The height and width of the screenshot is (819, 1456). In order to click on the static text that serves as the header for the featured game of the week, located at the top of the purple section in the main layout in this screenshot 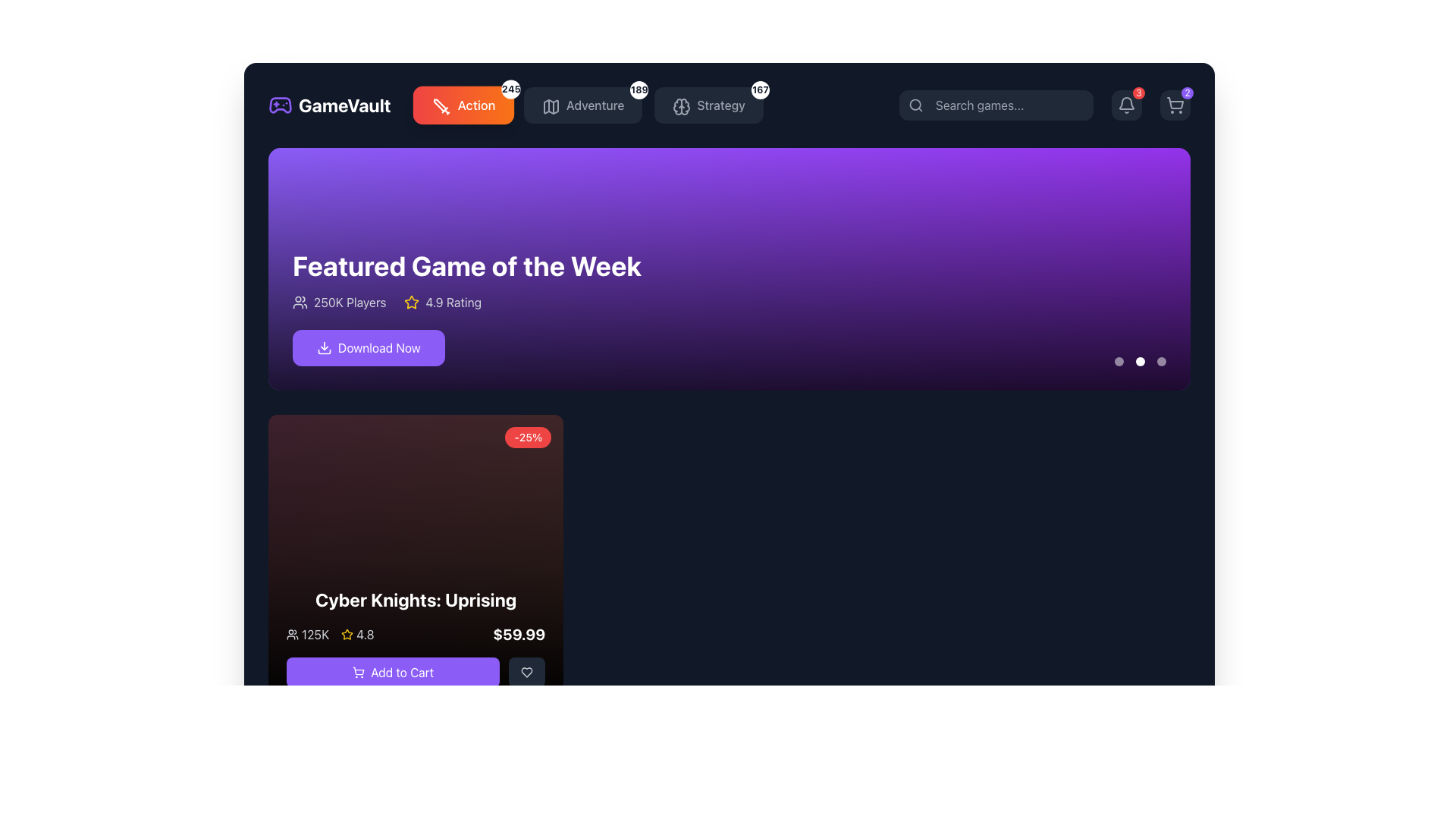, I will do `click(466, 265)`.